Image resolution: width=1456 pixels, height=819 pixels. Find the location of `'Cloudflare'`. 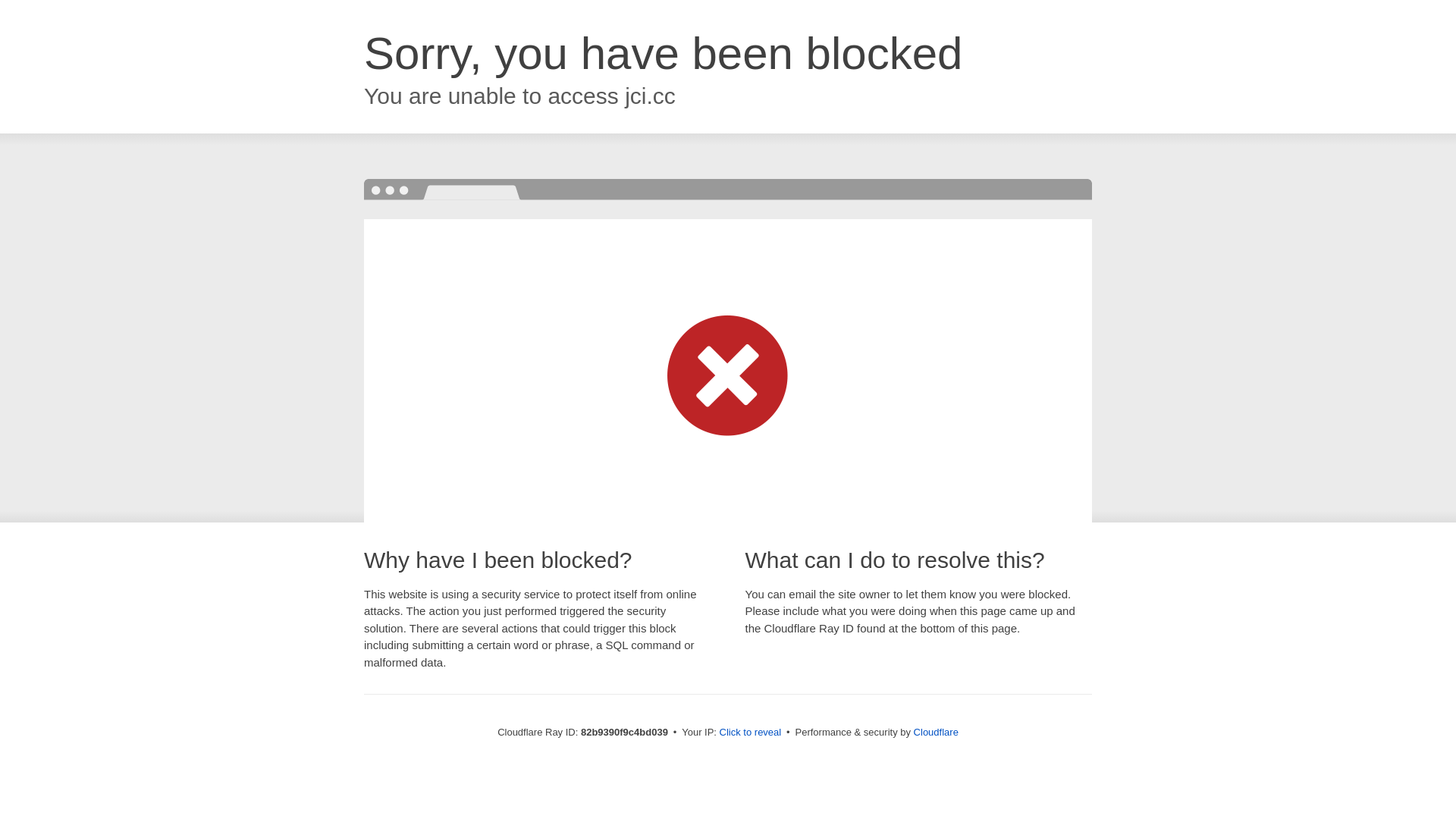

'Cloudflare' is located at coordinates (935, 731).